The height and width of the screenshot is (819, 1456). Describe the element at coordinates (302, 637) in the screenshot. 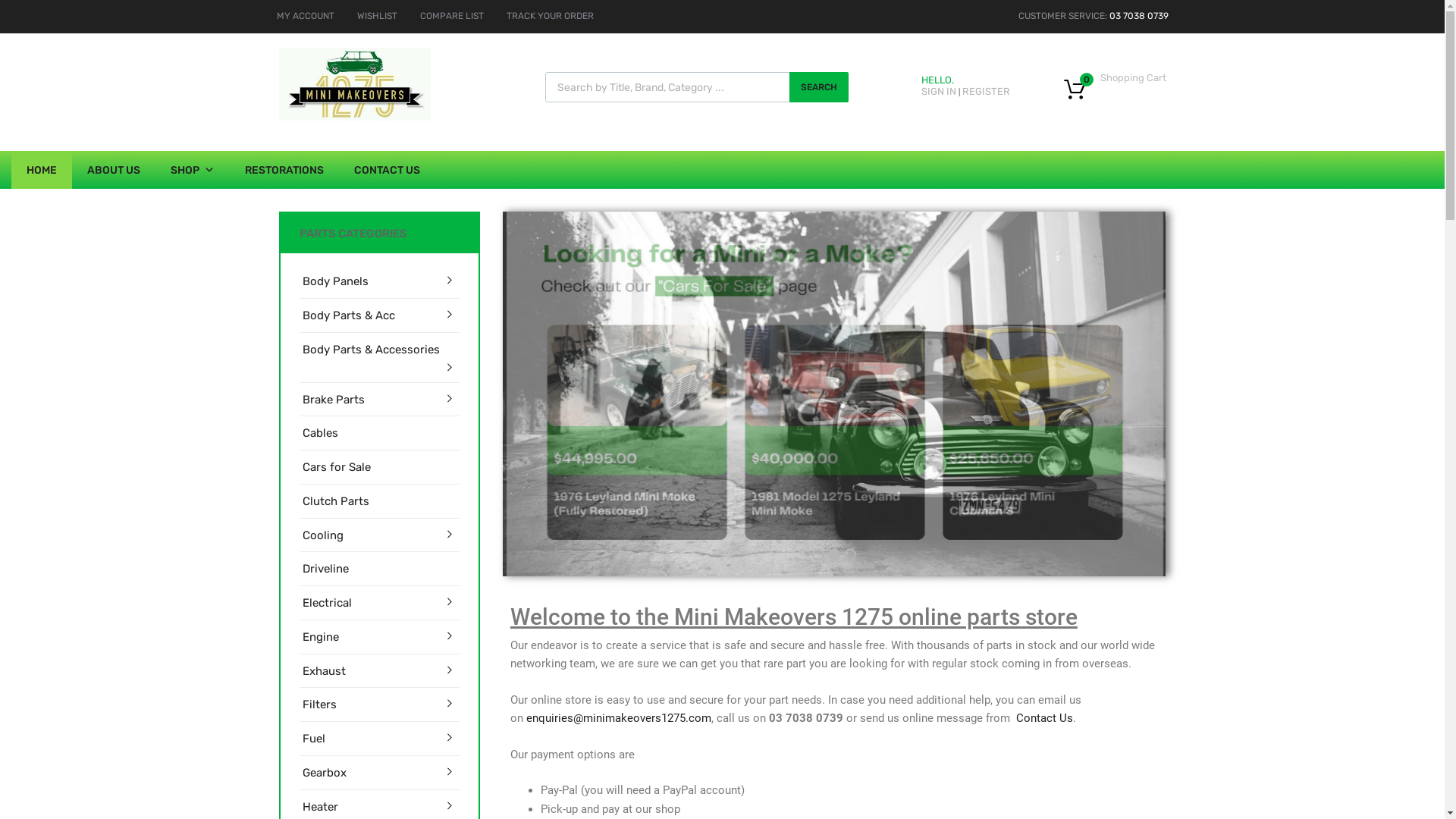

I see `'Engine'` at that location.